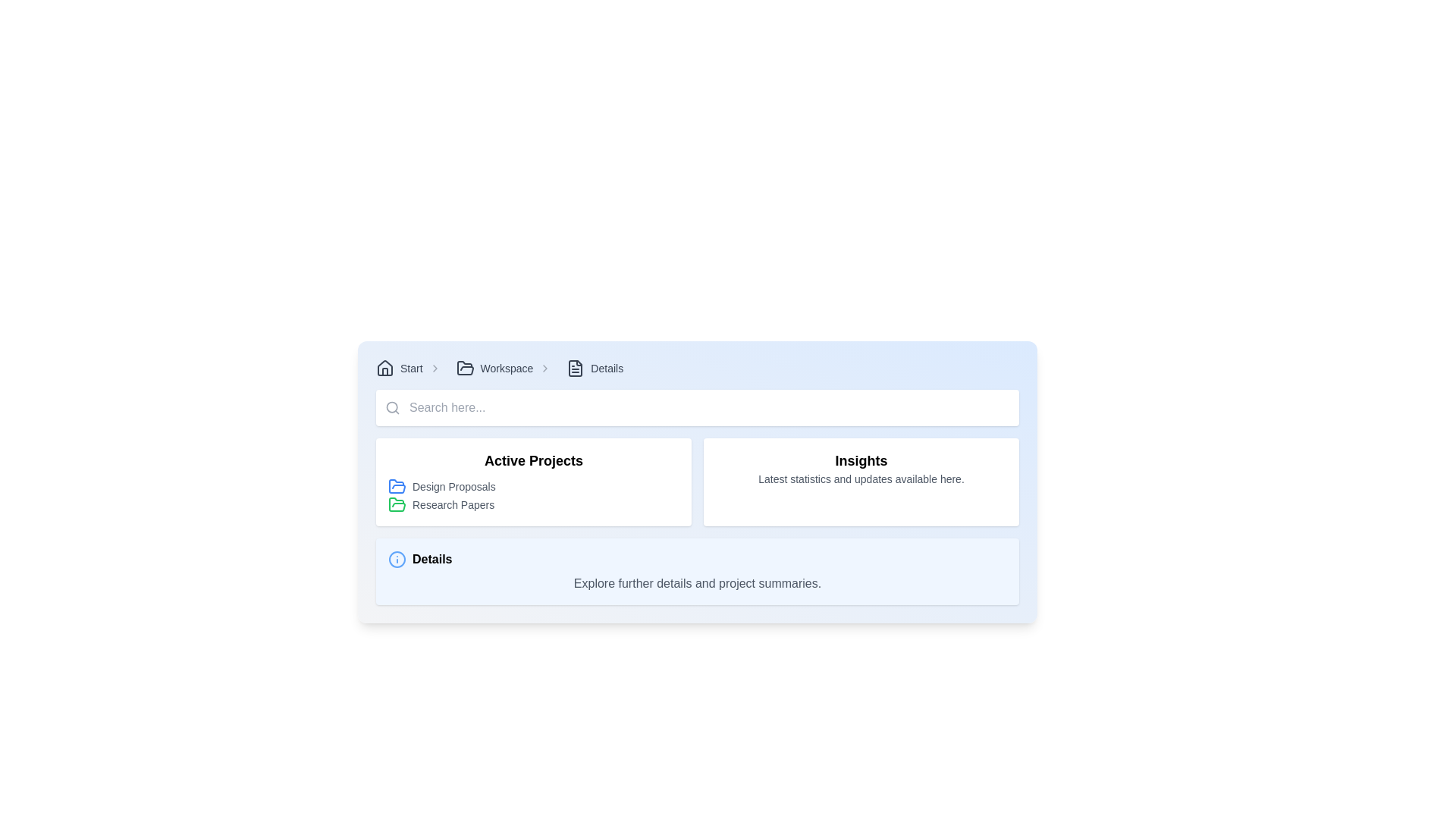  What do you see at coordinates (697, 369) in the screenshot?
I see `a breadcrumb item in the breadcrumb navigation bar located at the top of the main content section` at bounding box center [697, 369].